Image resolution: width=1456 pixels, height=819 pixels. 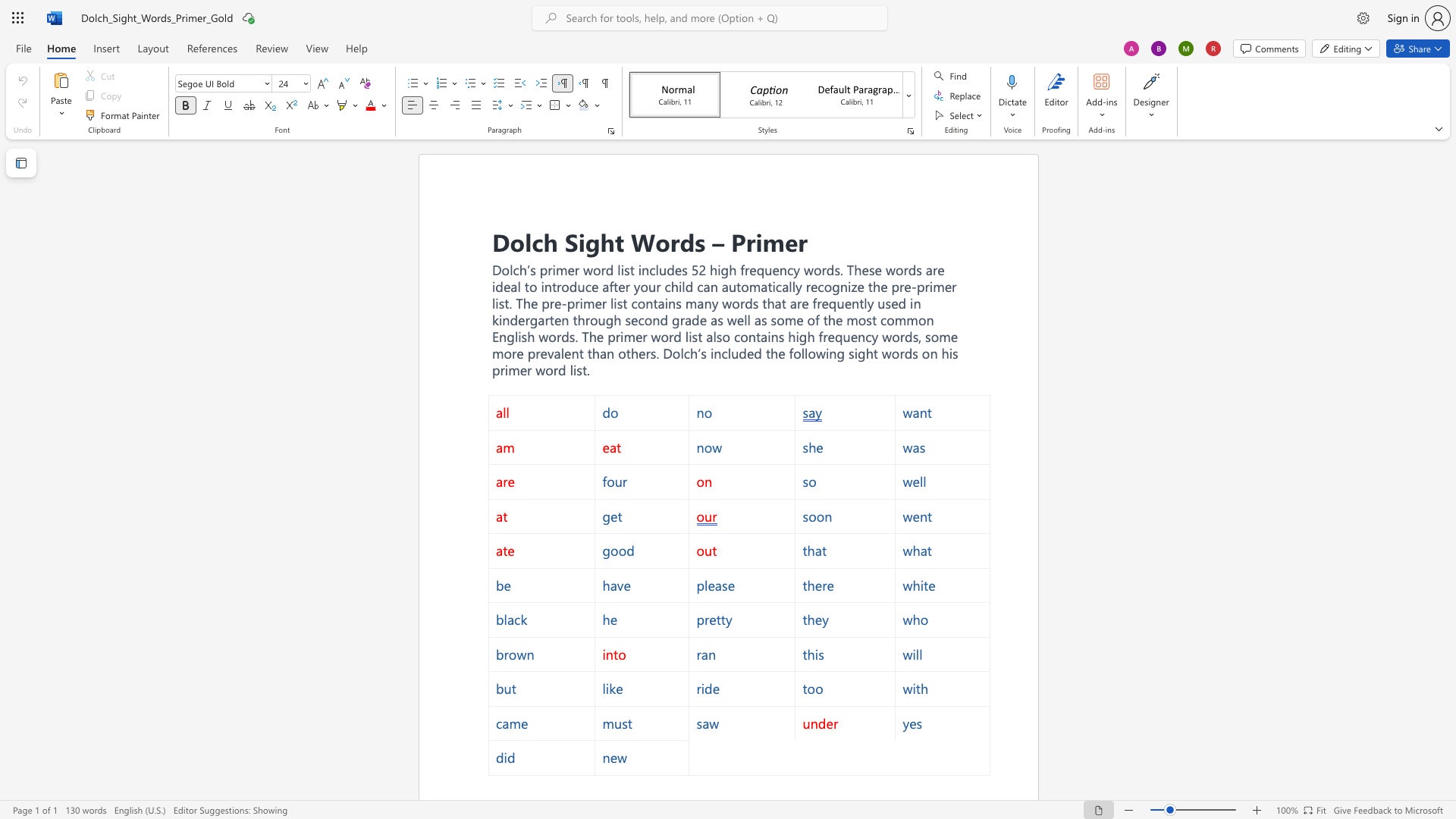 I want to click on the 3th character "d" in the text, so click(x=830, y=268).